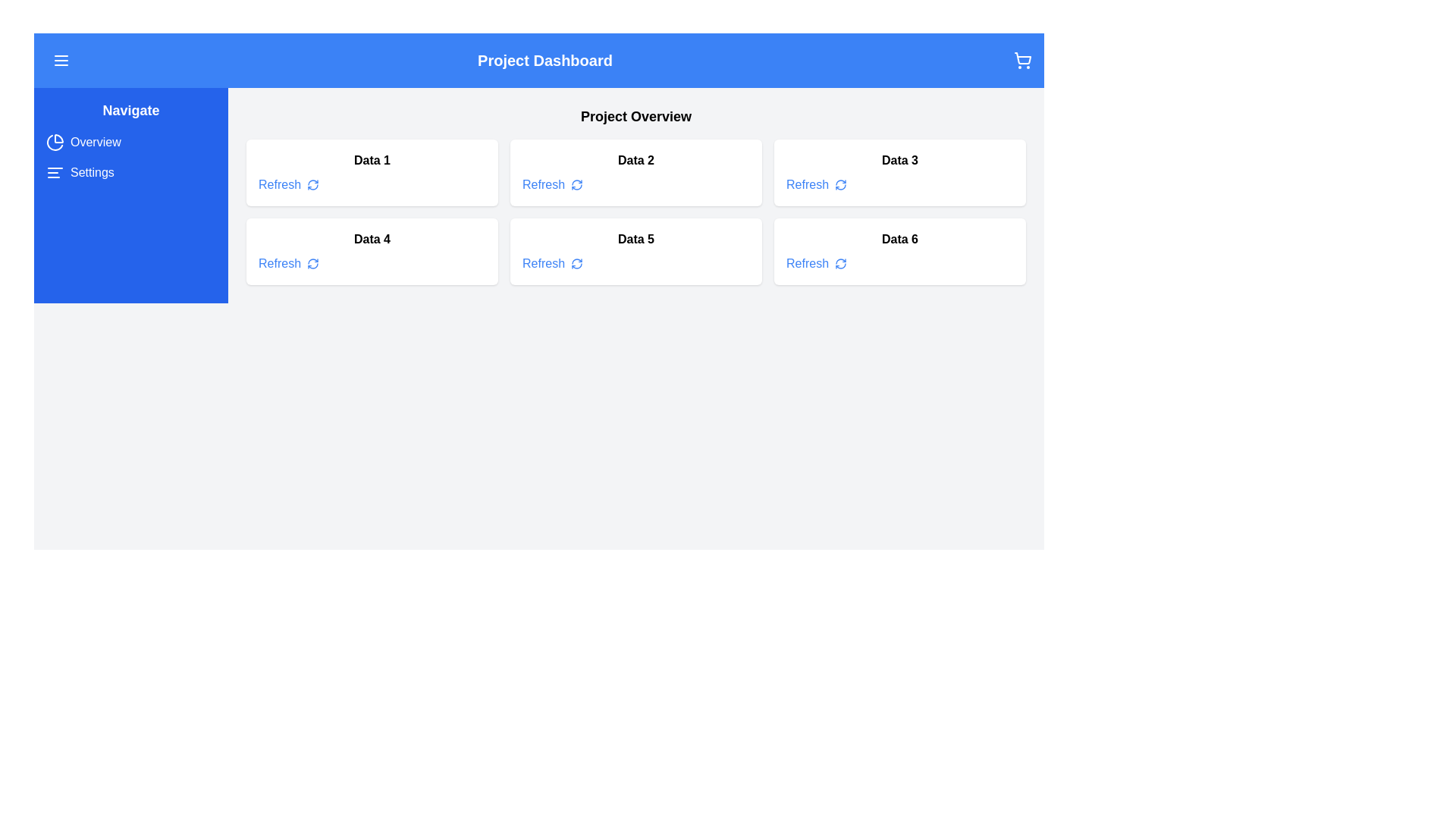 Image resolution: width=1456 pixels, height=819 pixels. What do you see at coordinates (58, 139) in the screenshot?
I see `the semi-circular icon component located in the left navigation bar under the header 'Navigate,' next to the 'Overview' option` at bounding box center [58, 139].